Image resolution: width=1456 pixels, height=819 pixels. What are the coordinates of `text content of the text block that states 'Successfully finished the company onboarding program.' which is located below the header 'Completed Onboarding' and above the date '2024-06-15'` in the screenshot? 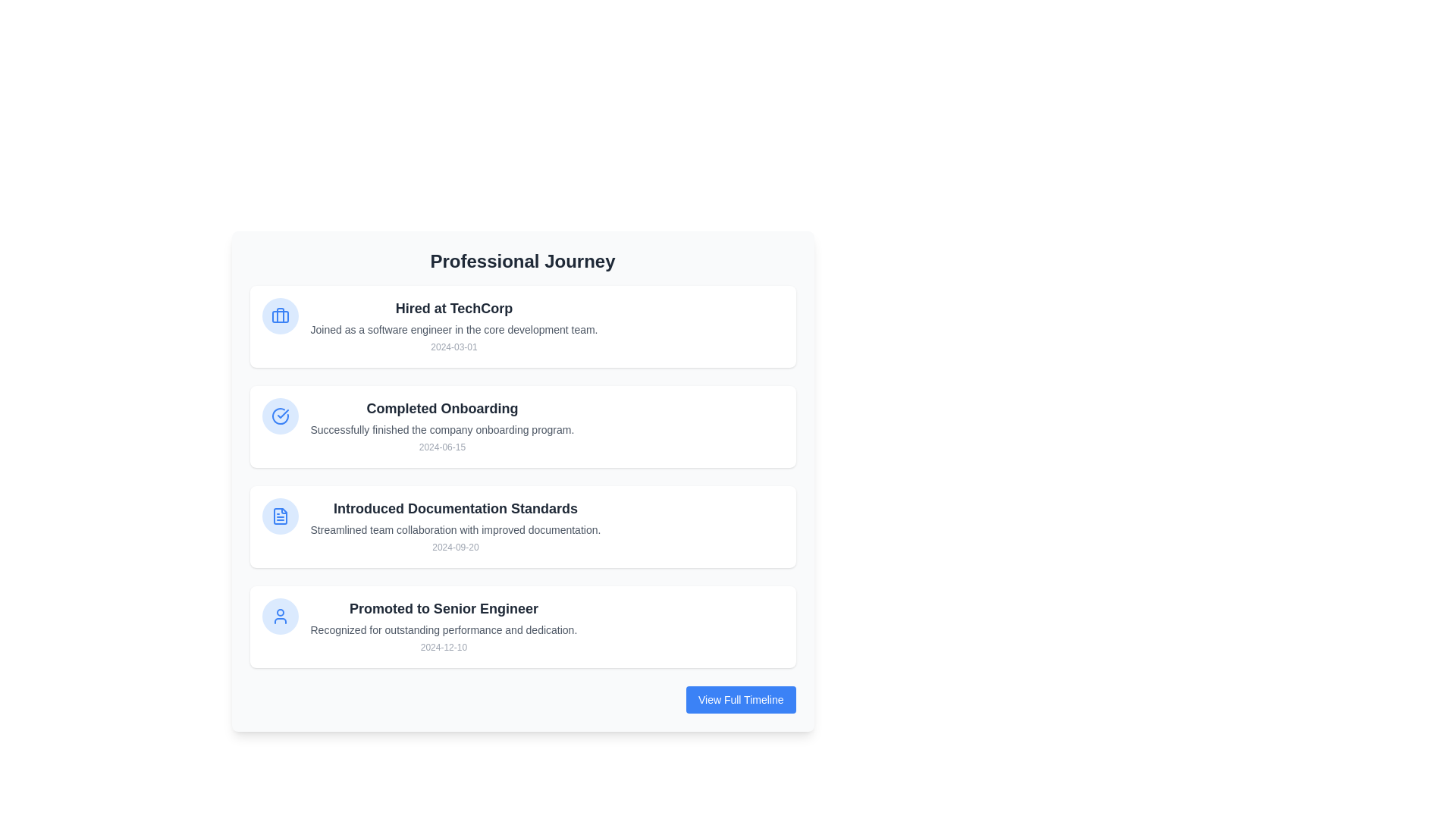 It's located at (441, 430).